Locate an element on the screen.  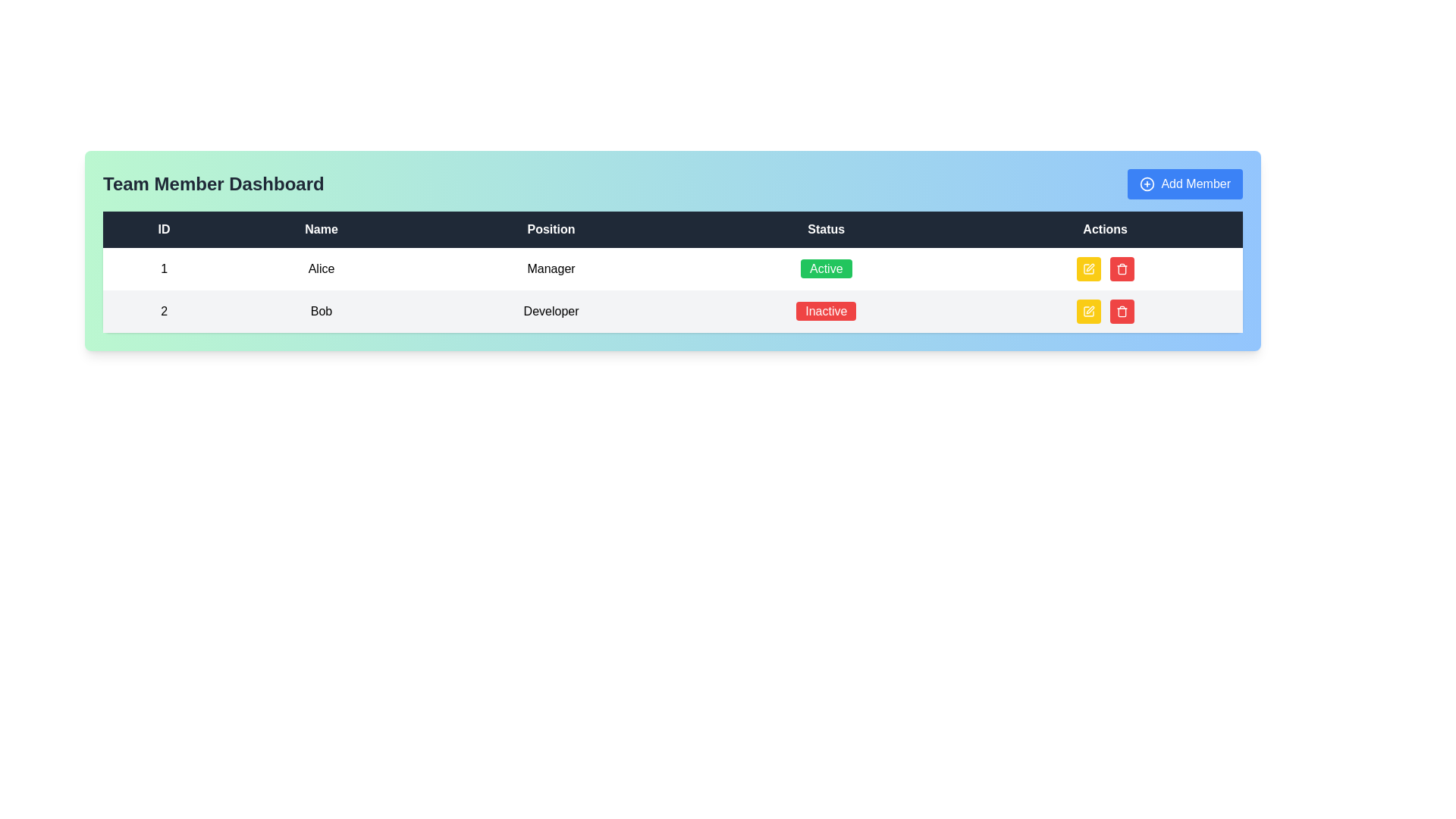
the yellow button with a pen icon in the actions column of the second table row is located at coordinates (1087, 268).